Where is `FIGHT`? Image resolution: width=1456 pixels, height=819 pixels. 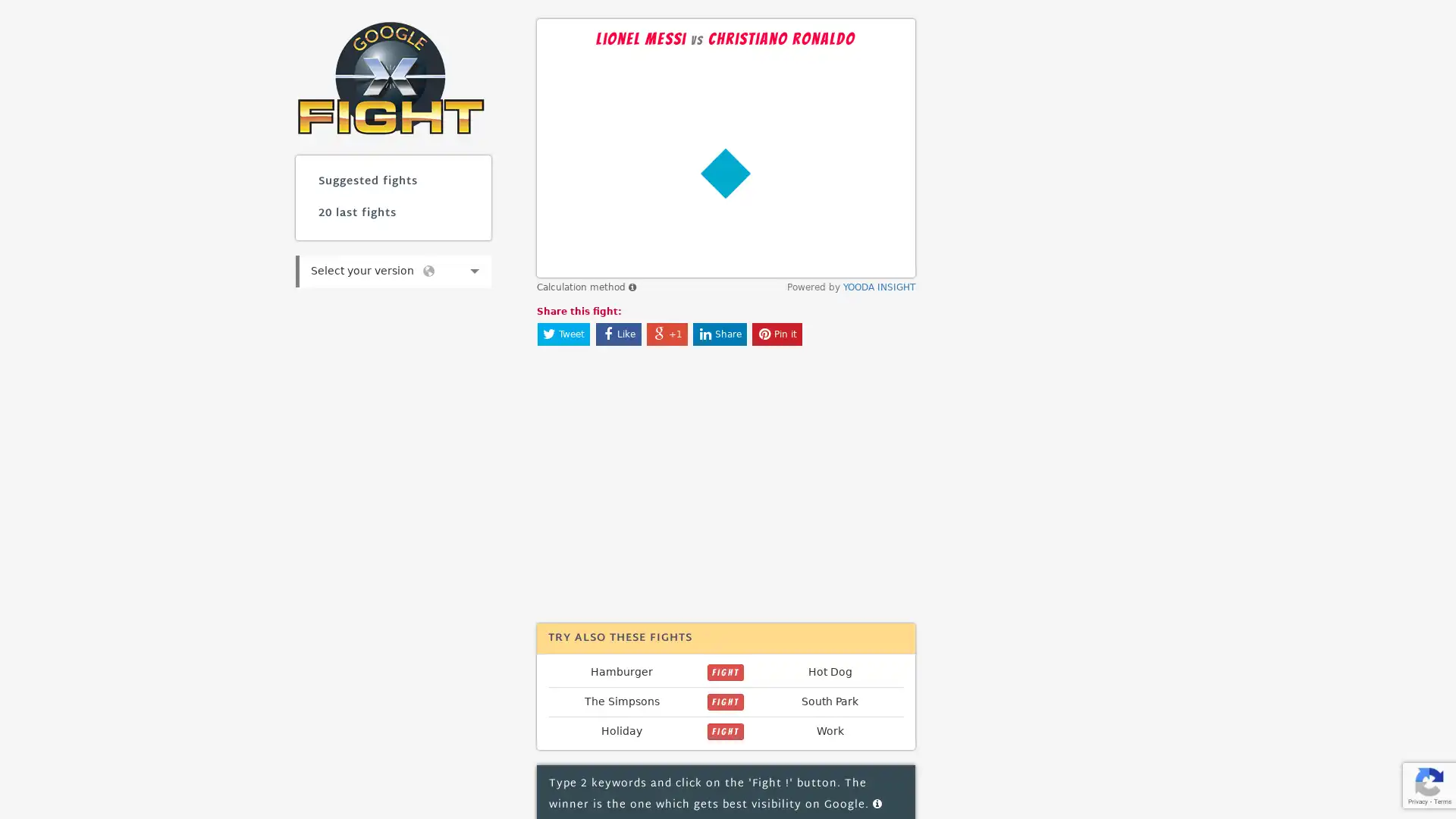 FIGHT is located at coordinates (724, 672).